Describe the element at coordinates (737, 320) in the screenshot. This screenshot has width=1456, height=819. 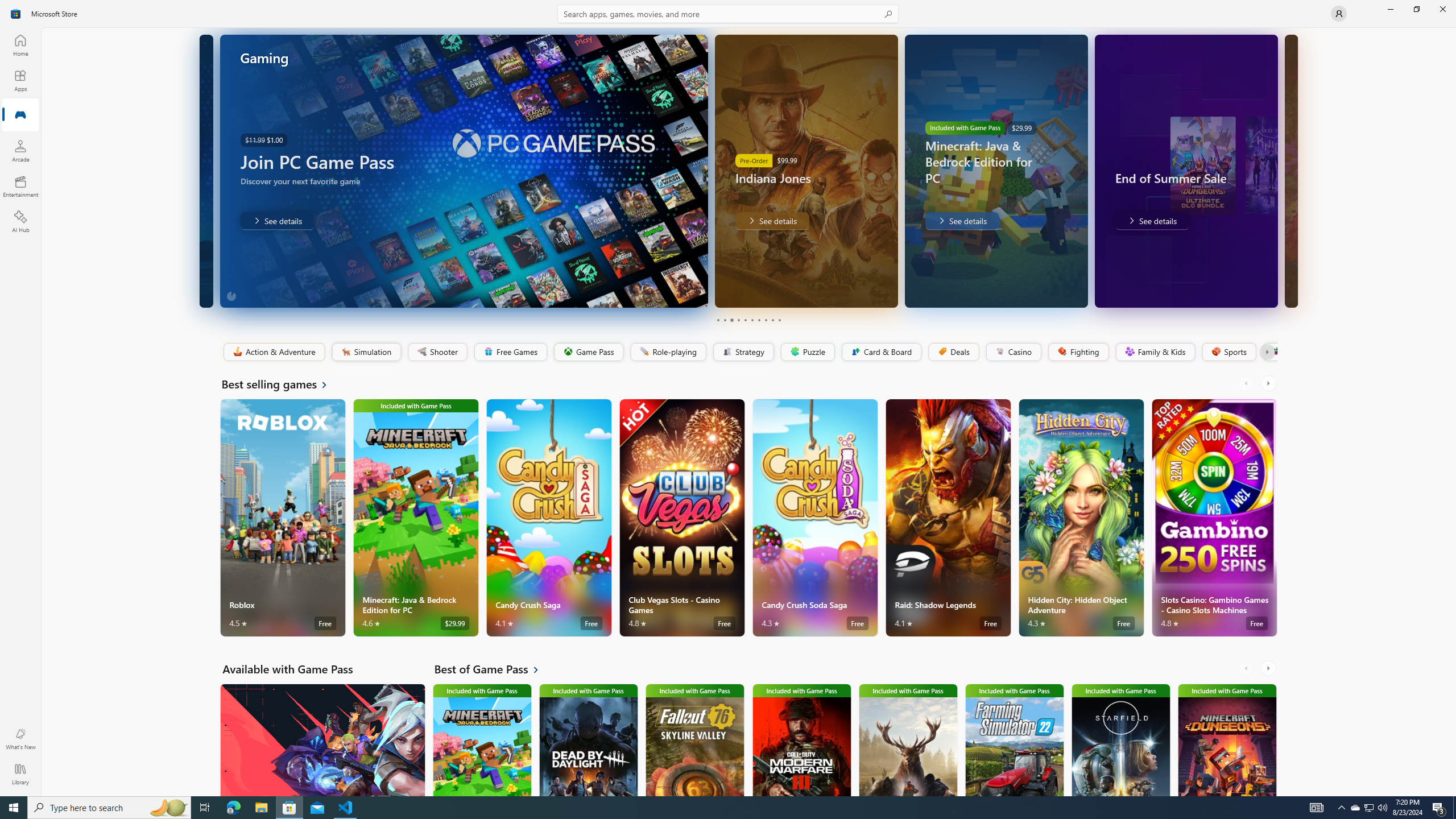
I see `'Page 4'` at that location.